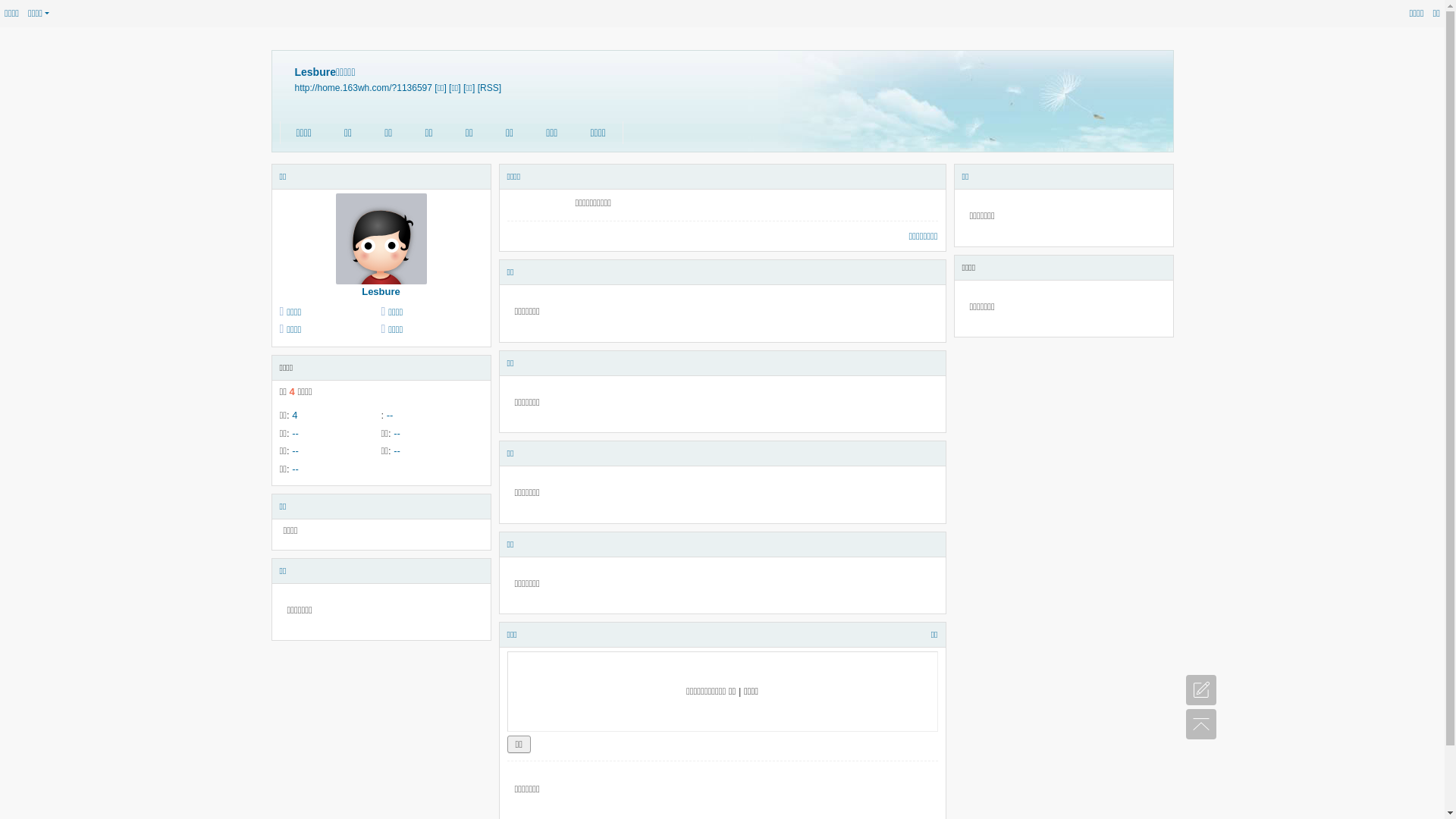 This screenshot has height=819, width=1456. Describe the element at coordinates (489, 87) in the screenshot. I see `'[RSS]'` at that location.